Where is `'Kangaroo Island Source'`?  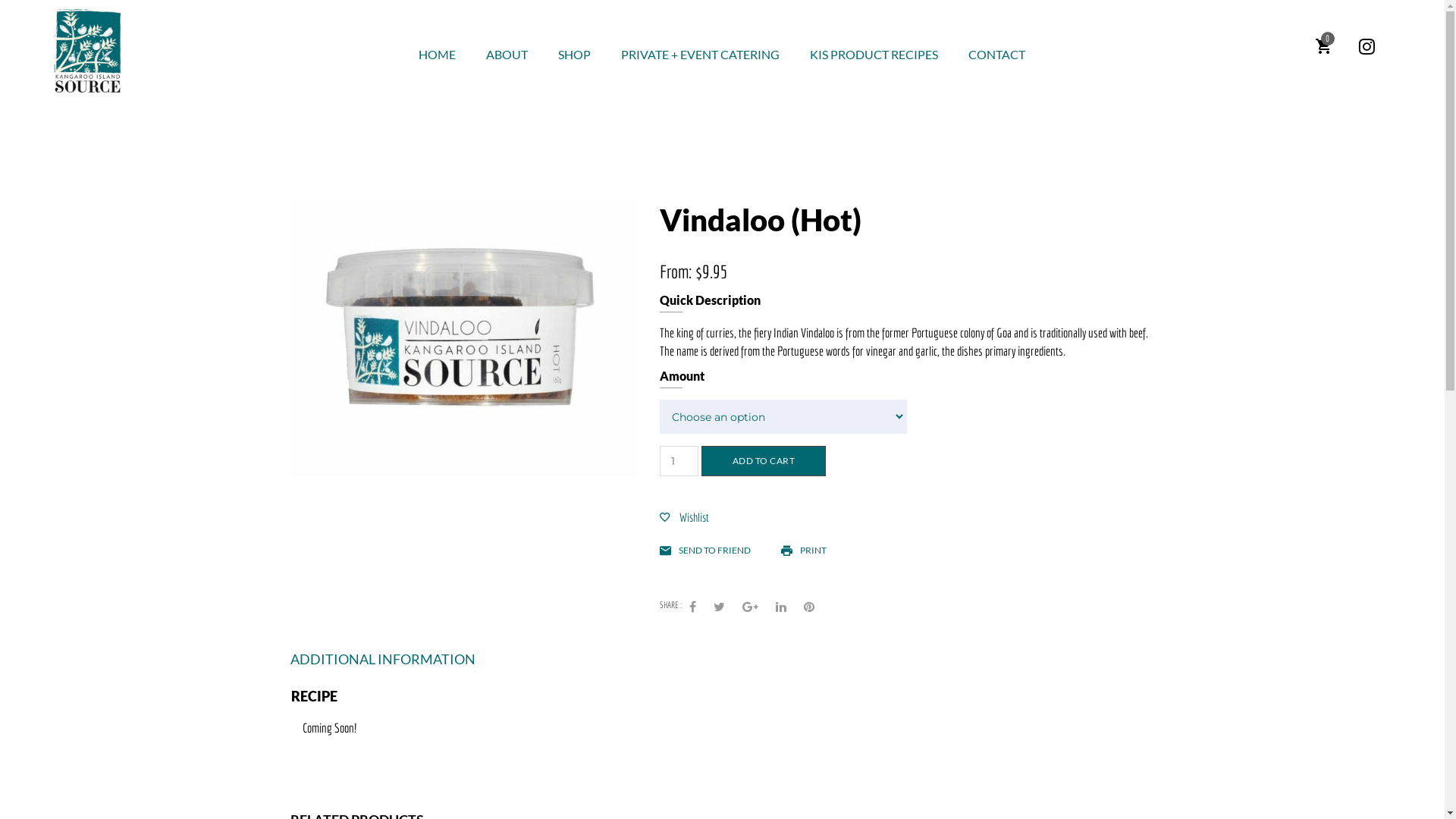
'Kangaroo Island Source' is located at coordinates (53, 49).